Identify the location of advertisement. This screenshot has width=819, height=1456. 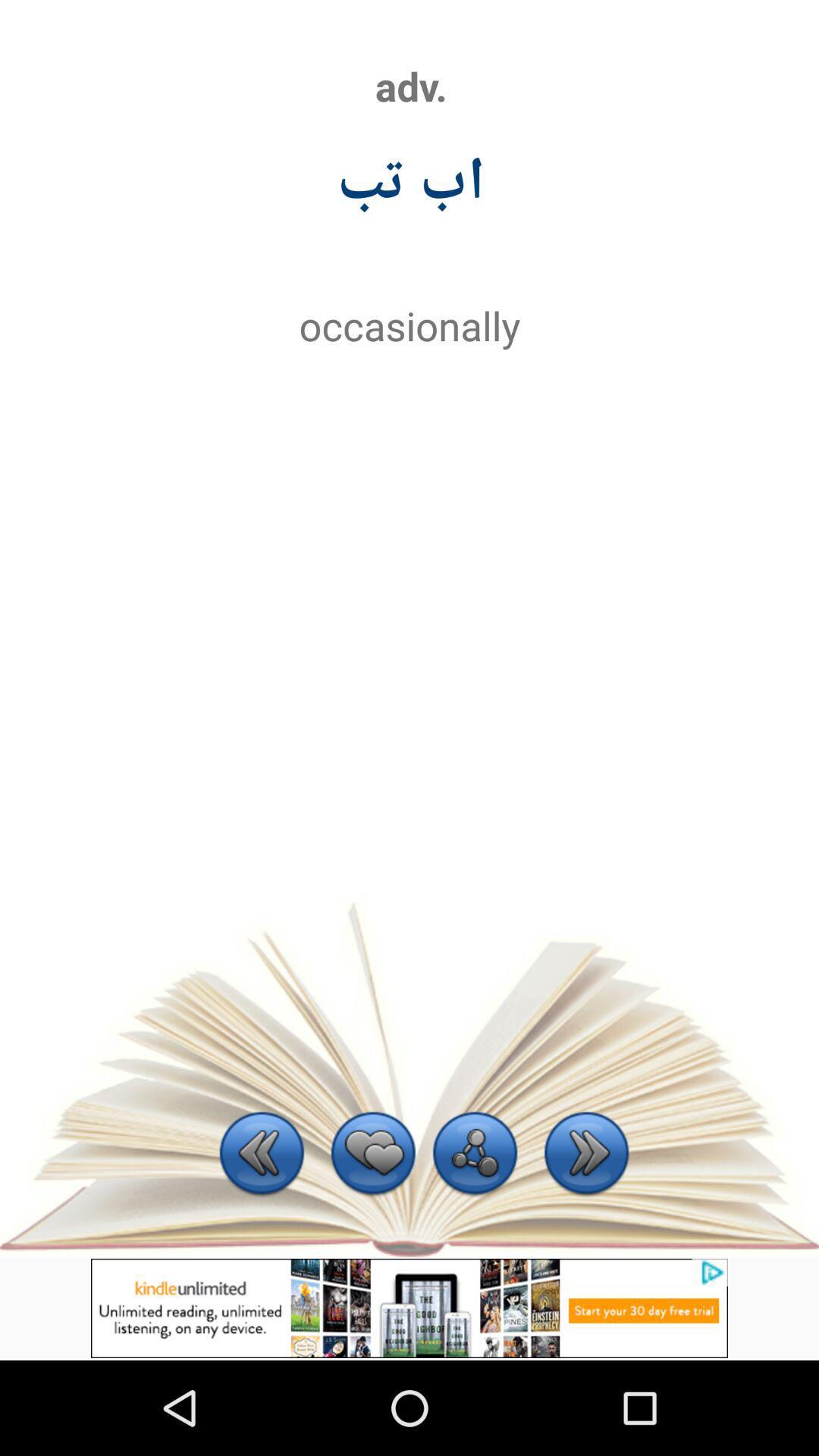
(409, 1307).